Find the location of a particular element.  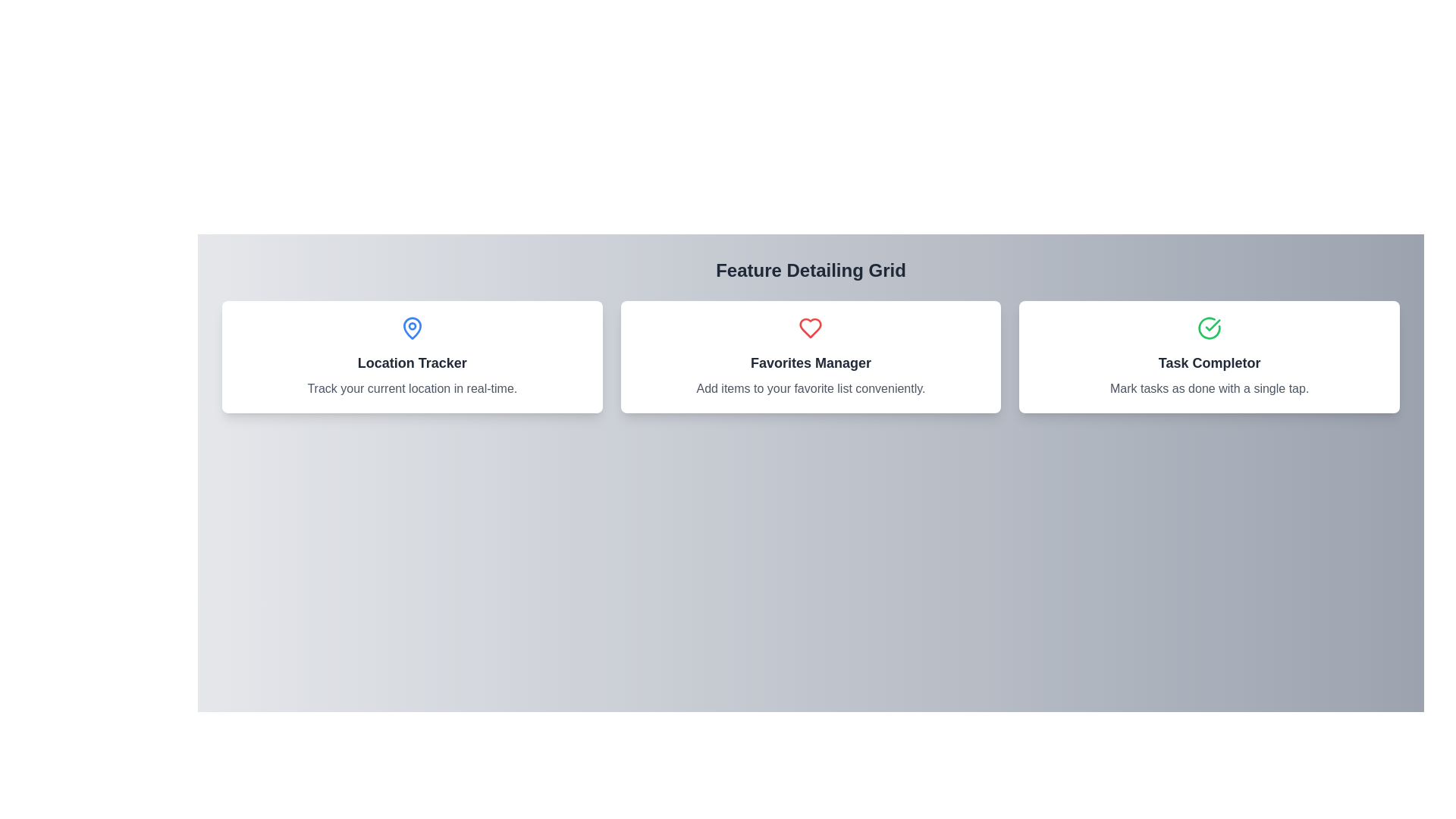

the first card in the grid labeled 'Location Tracker' to interact with the feature is located at coordinates (412, 356).